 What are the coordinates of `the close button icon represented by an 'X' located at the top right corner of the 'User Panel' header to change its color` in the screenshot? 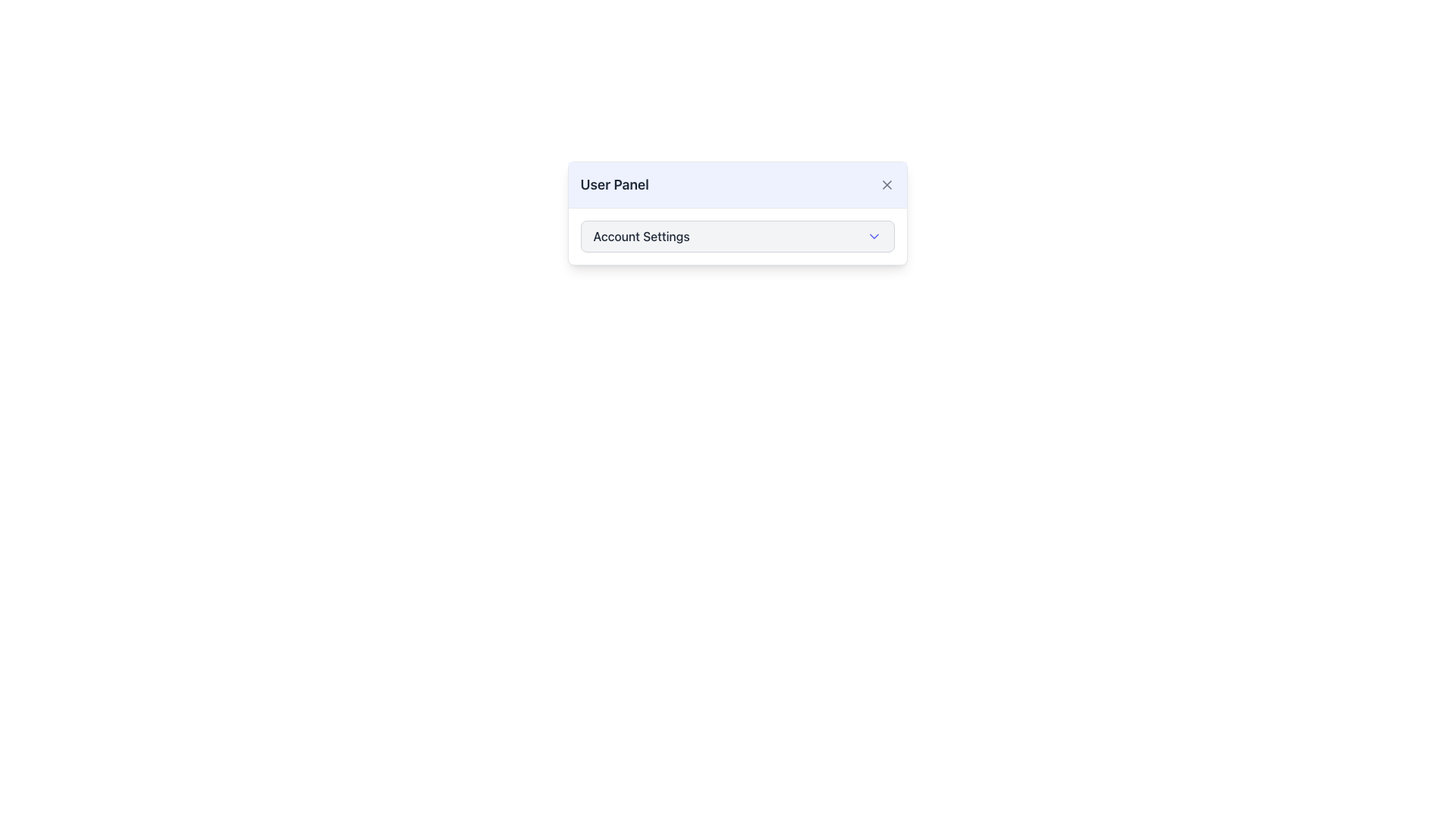 It's located at (886, 184).